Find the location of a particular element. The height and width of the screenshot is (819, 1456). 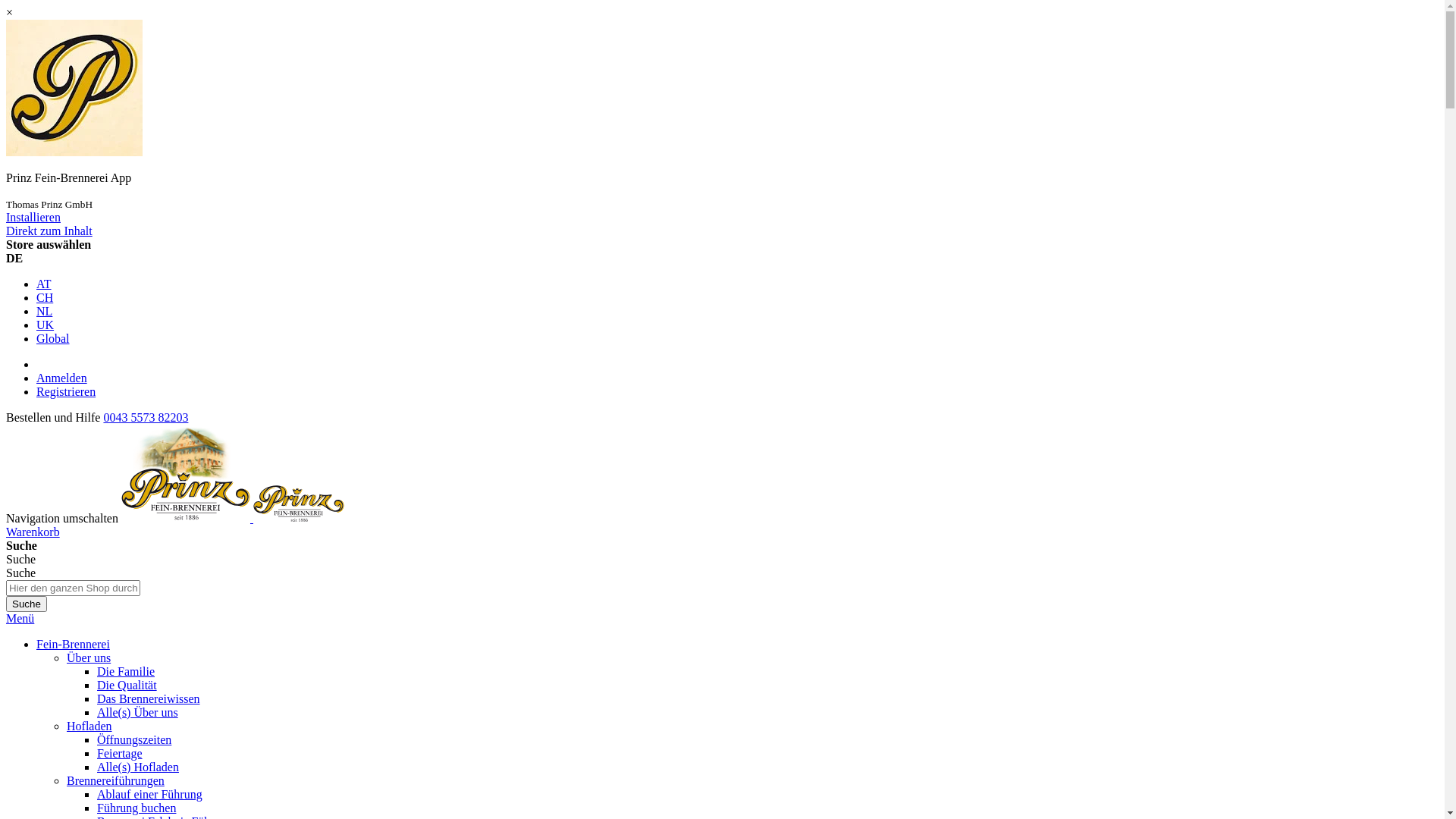

'UK' is located at coordinates (45, 324).